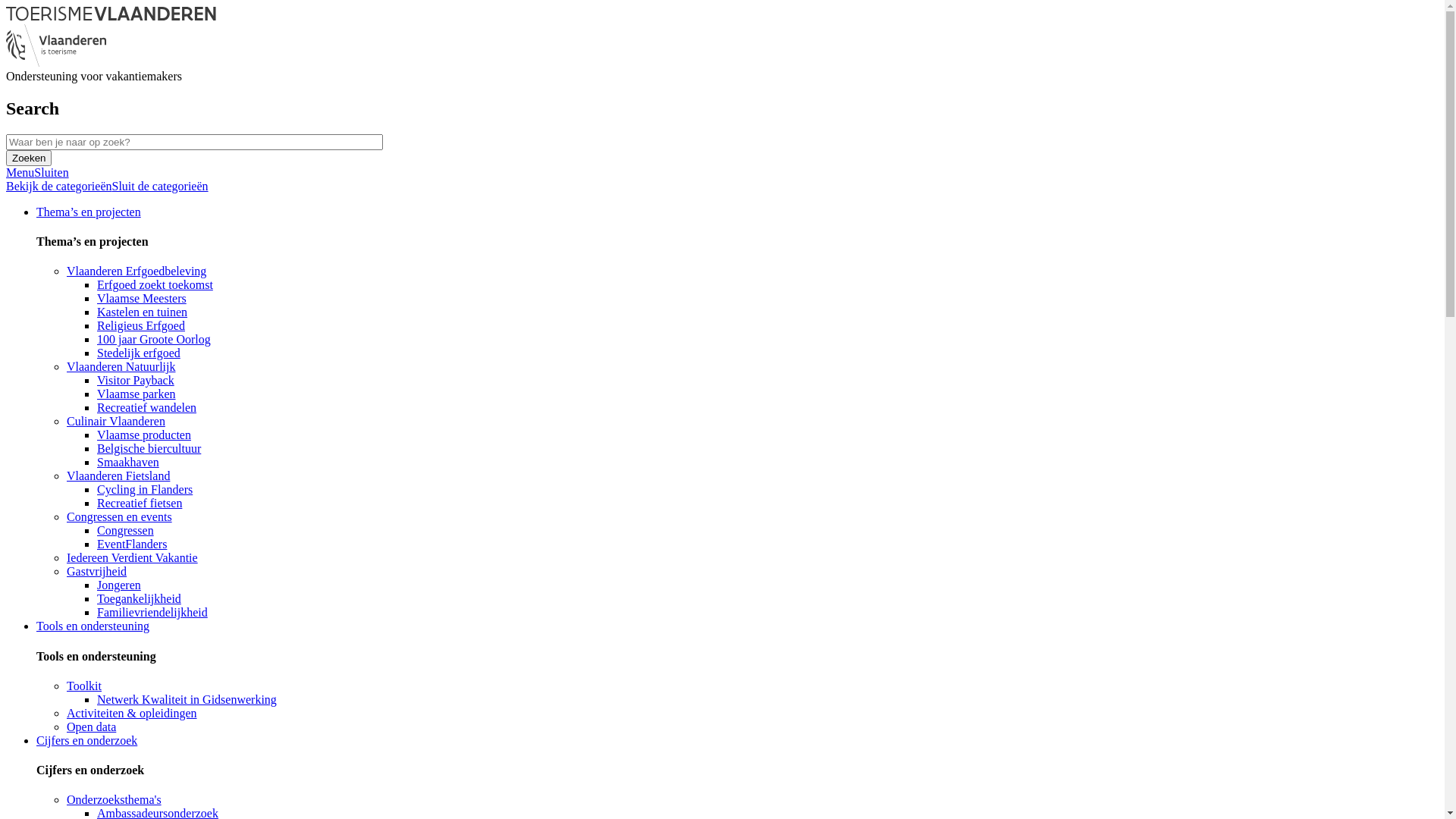 The width and height of the screenshot is (1456, 819). I want to click on 'Onderzoeksthema's', so click(113, 799).